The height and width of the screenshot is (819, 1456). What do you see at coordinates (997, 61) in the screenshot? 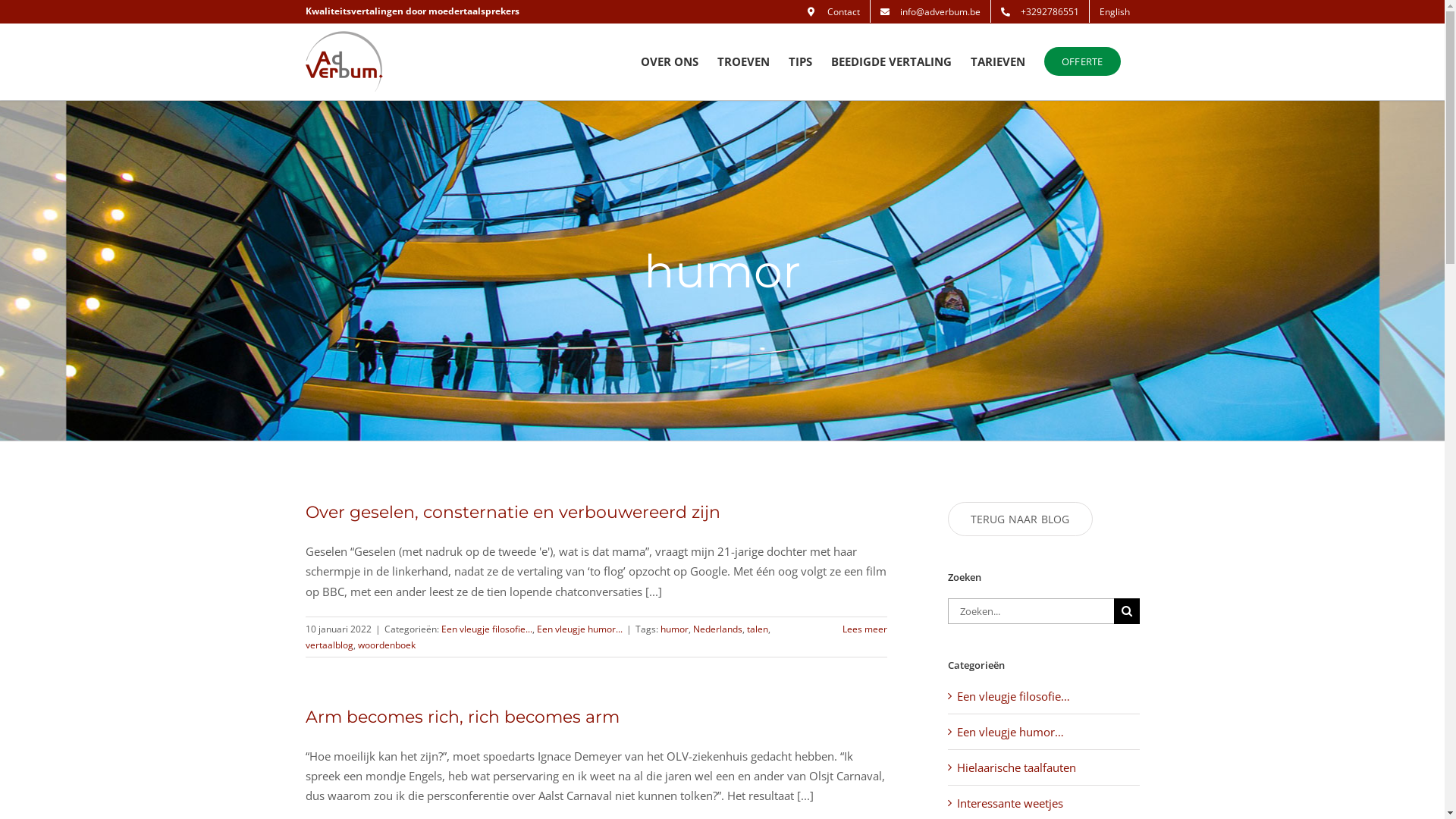
I see `'TARIEVEN'` at bounding box center [997, 61].